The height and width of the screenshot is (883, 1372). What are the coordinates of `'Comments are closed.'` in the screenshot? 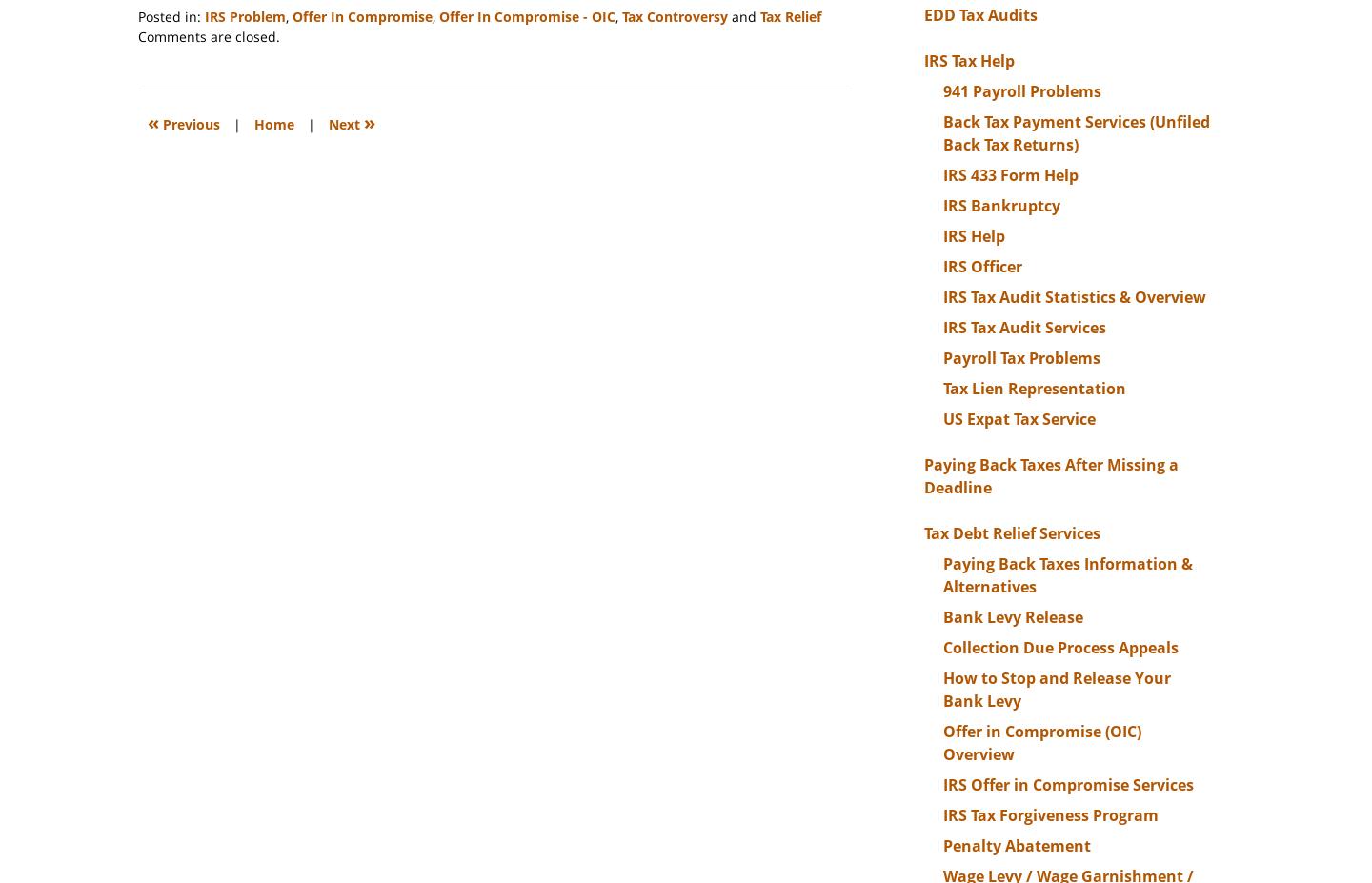 It's located at (209, 35).